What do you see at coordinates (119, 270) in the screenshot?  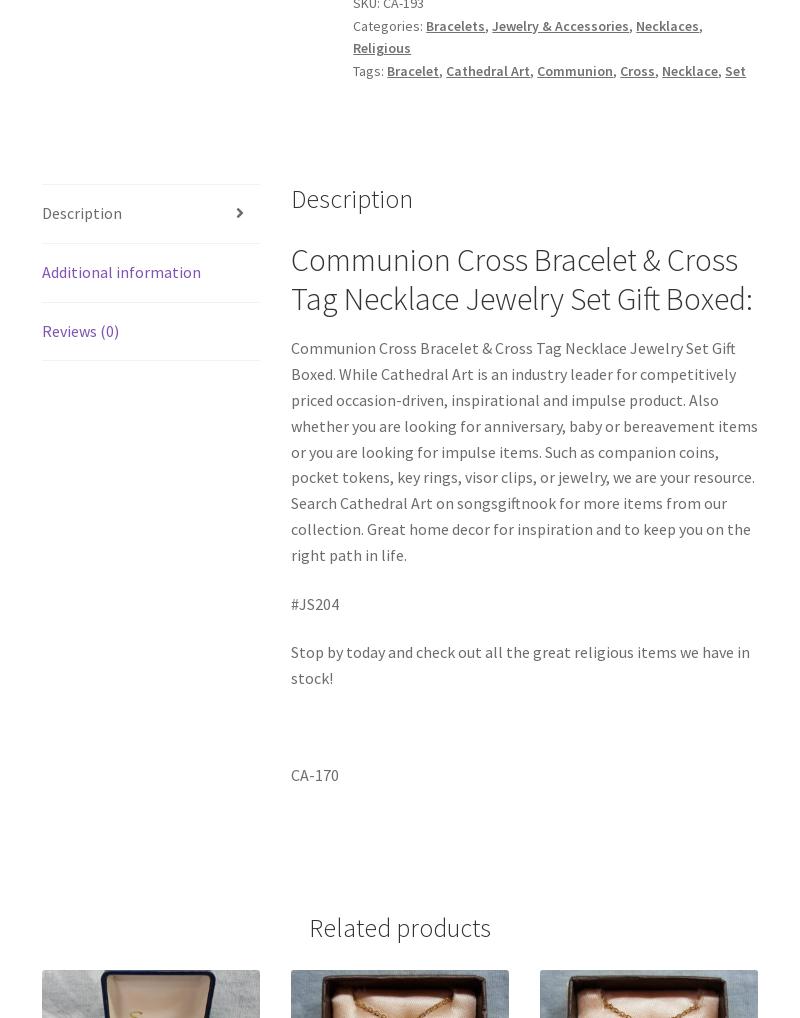 I see `'Additional information'` at bounding box center [119, 270].